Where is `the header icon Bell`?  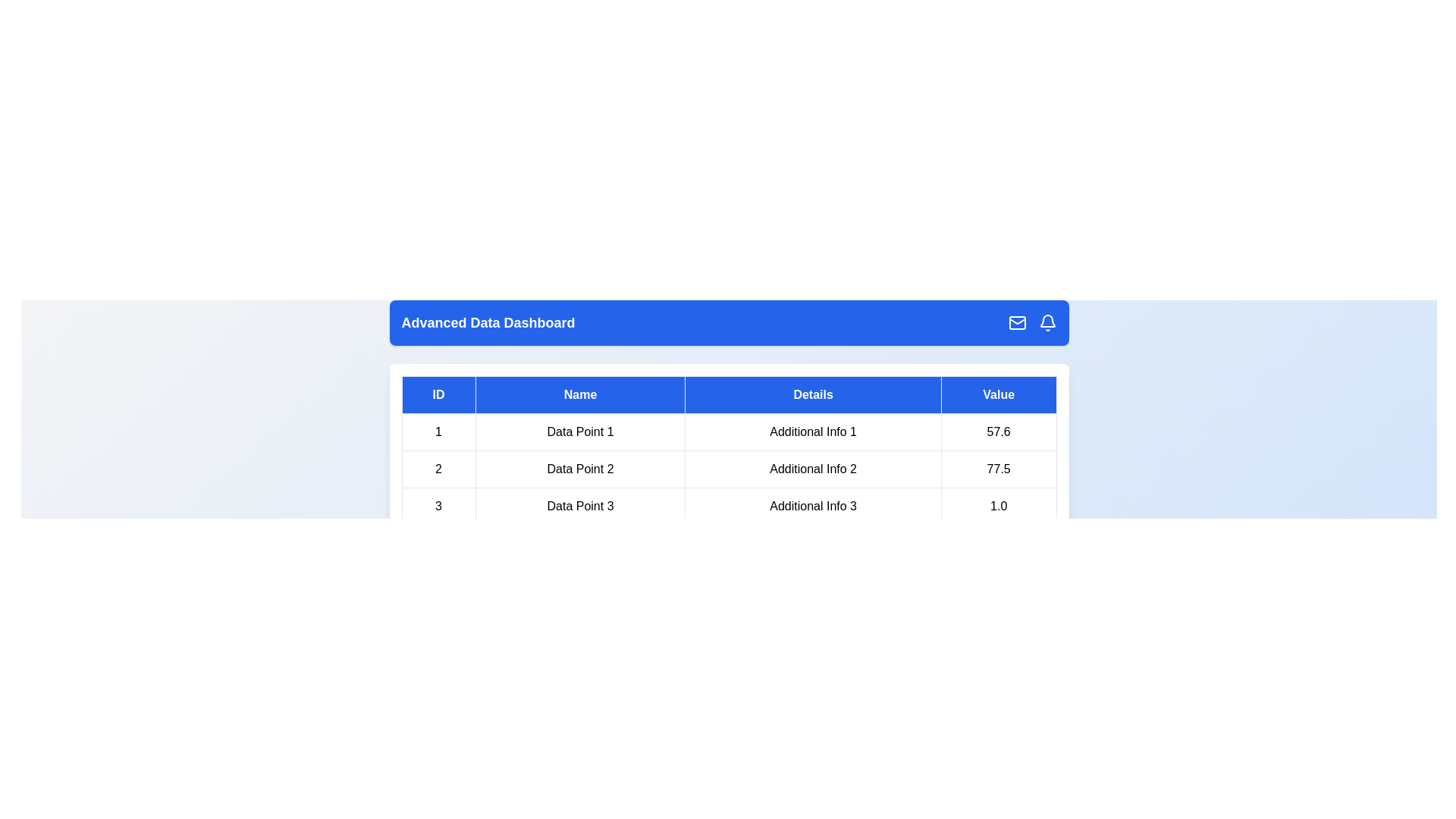 the header icon Bell is located at coordinates (1046, 322).